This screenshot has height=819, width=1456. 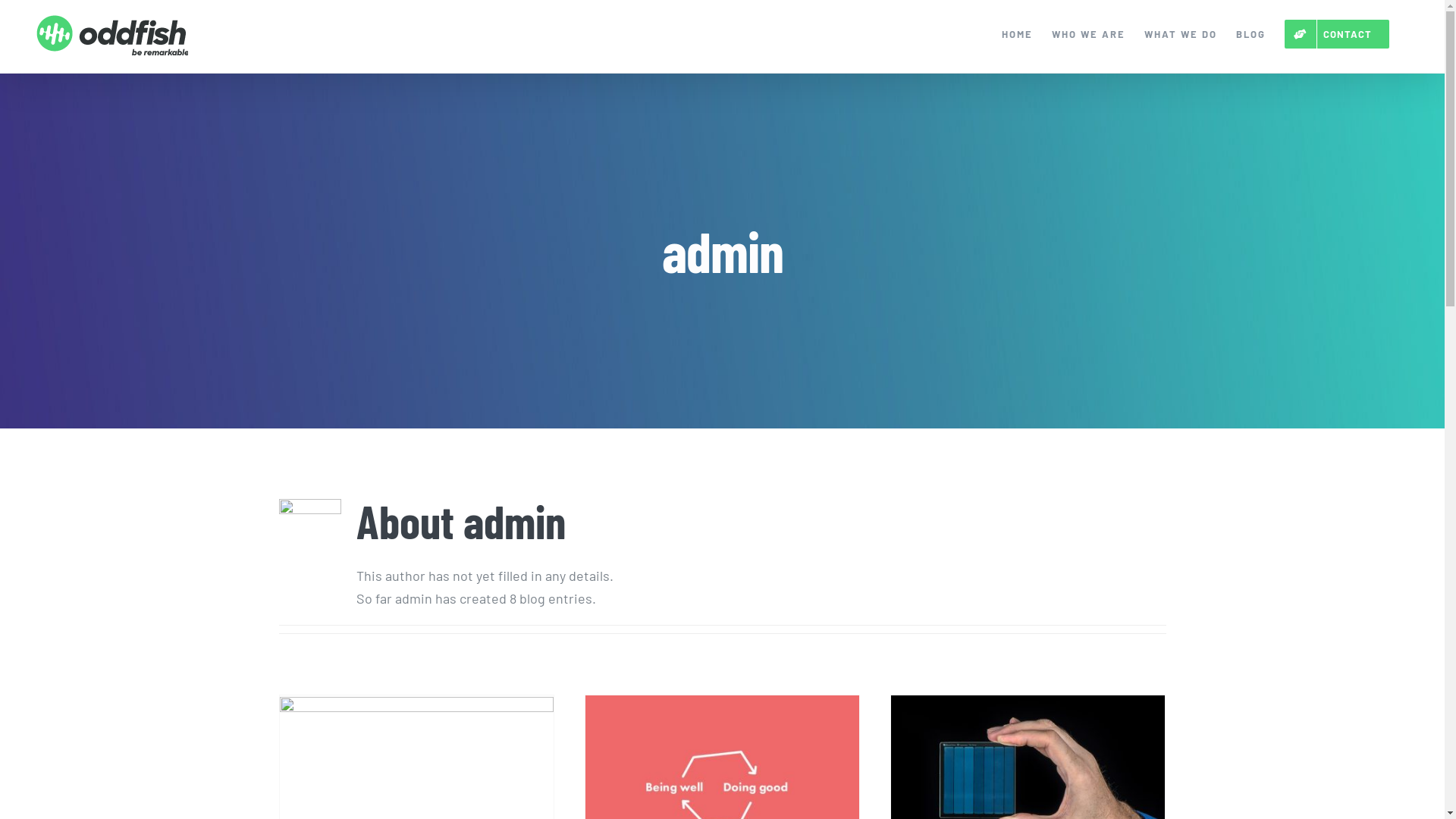 What do you see at coordinates (1017, 34) in the screenshot?
I see `'HOME'` at bounding box center [1017, 34].